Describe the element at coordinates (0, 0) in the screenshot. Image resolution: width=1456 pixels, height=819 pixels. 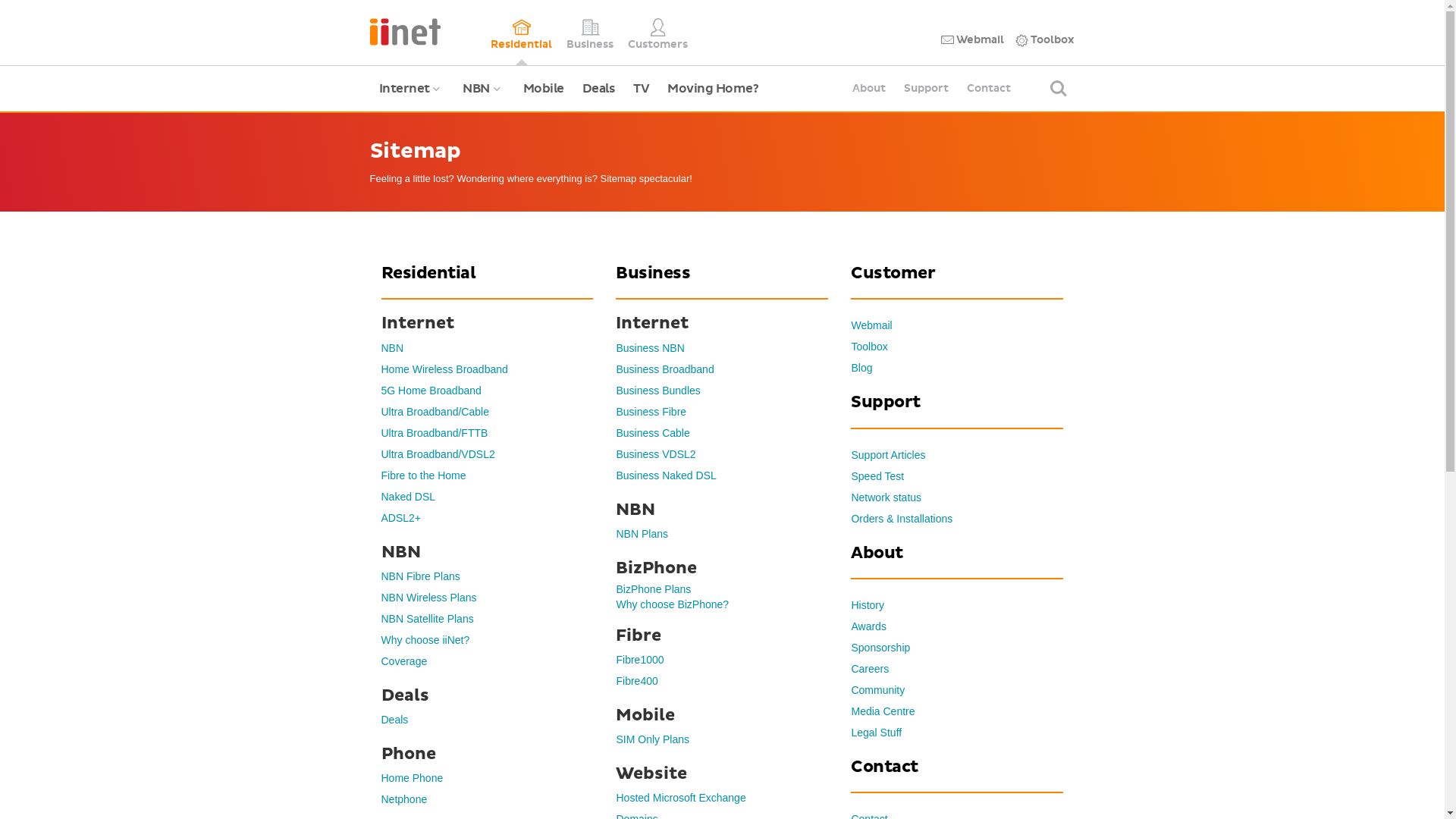
I see `'Skip to main content'` at that location.